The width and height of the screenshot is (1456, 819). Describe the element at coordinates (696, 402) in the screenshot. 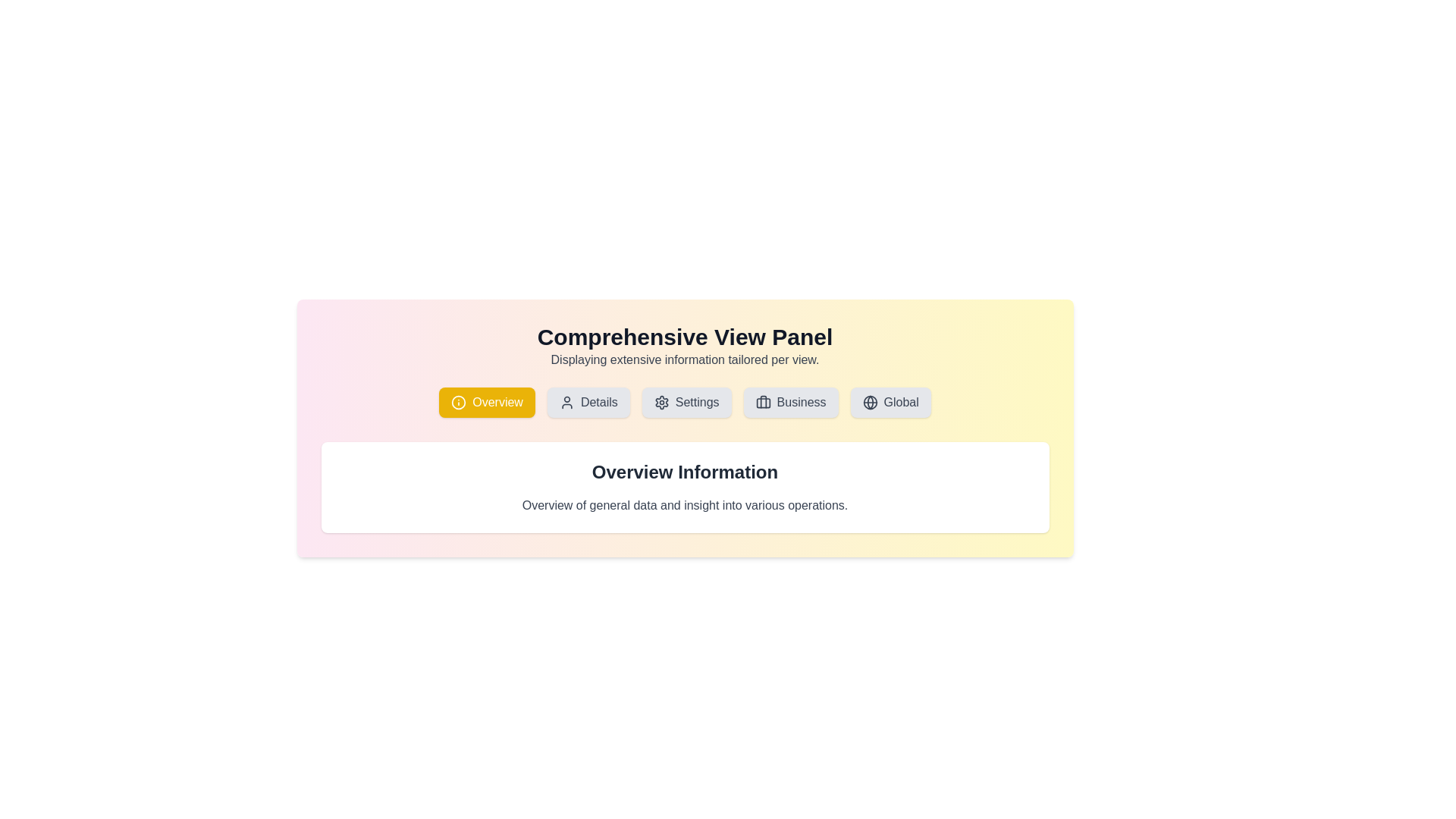

I see `the 'Settings' text label within the button component` at that location.